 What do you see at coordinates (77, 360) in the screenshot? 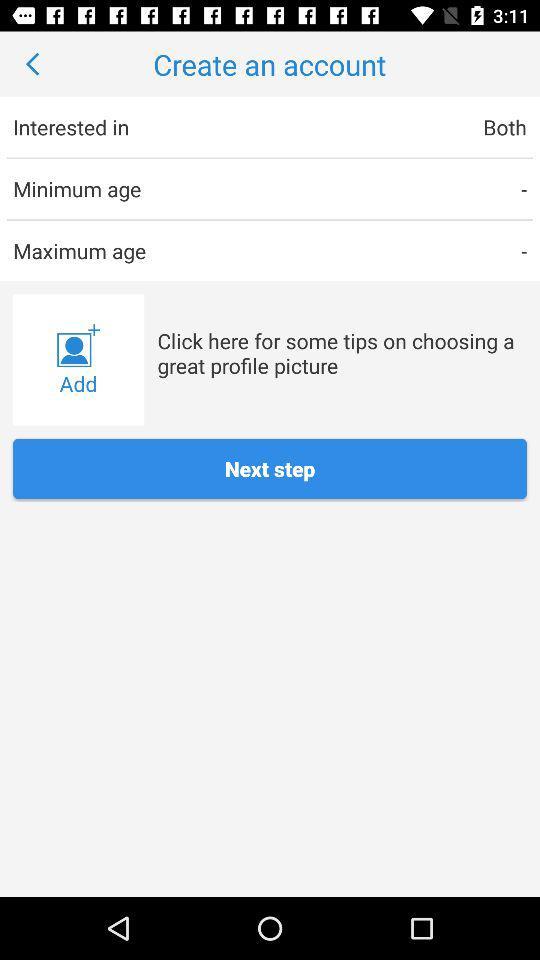
I see `the icon above next step` at bounding box center [77, 360].